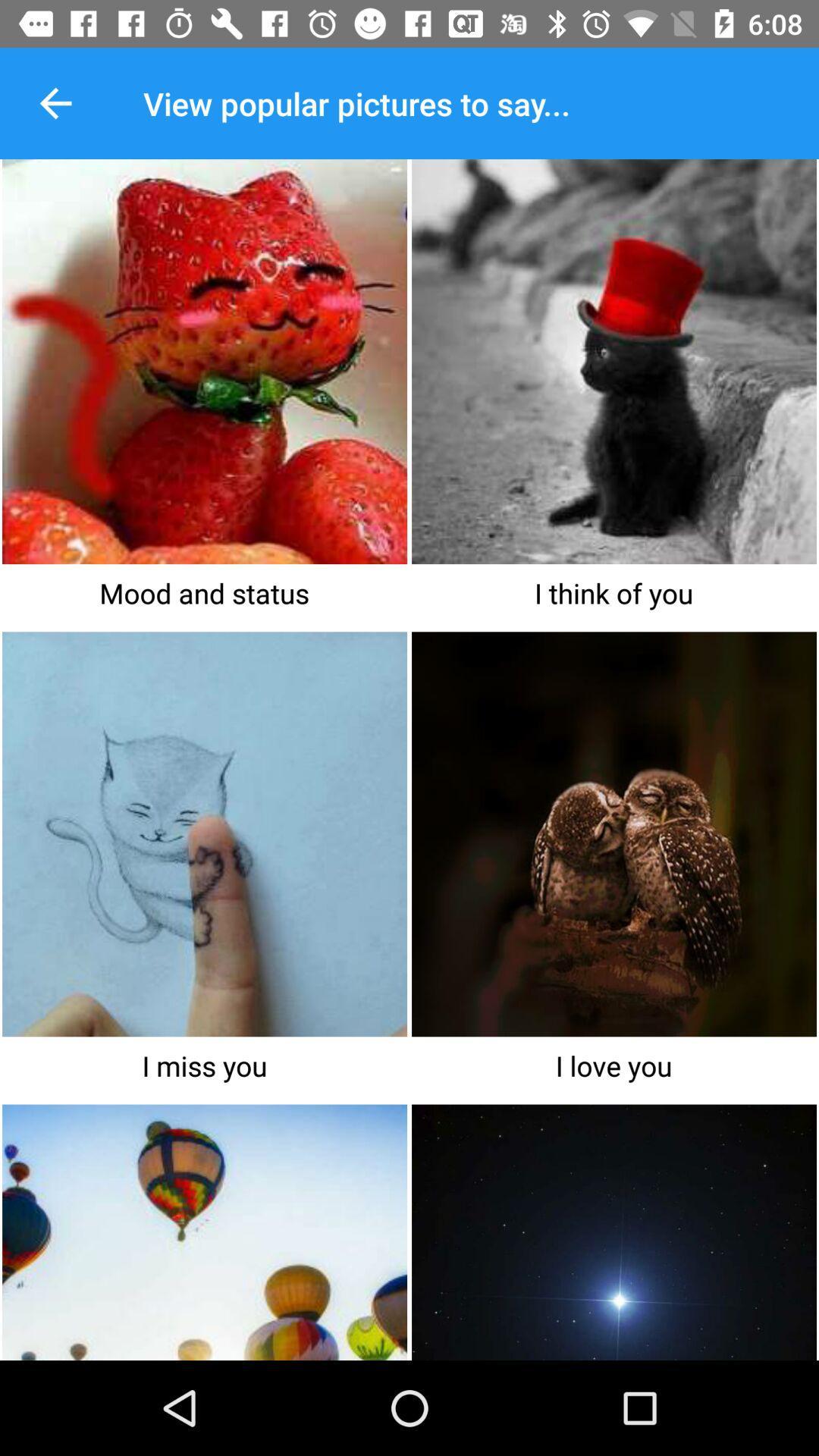 This screenshot has height=1456, width=819. I want to click on item to the left of view popular pictures item, so click(55, 102).